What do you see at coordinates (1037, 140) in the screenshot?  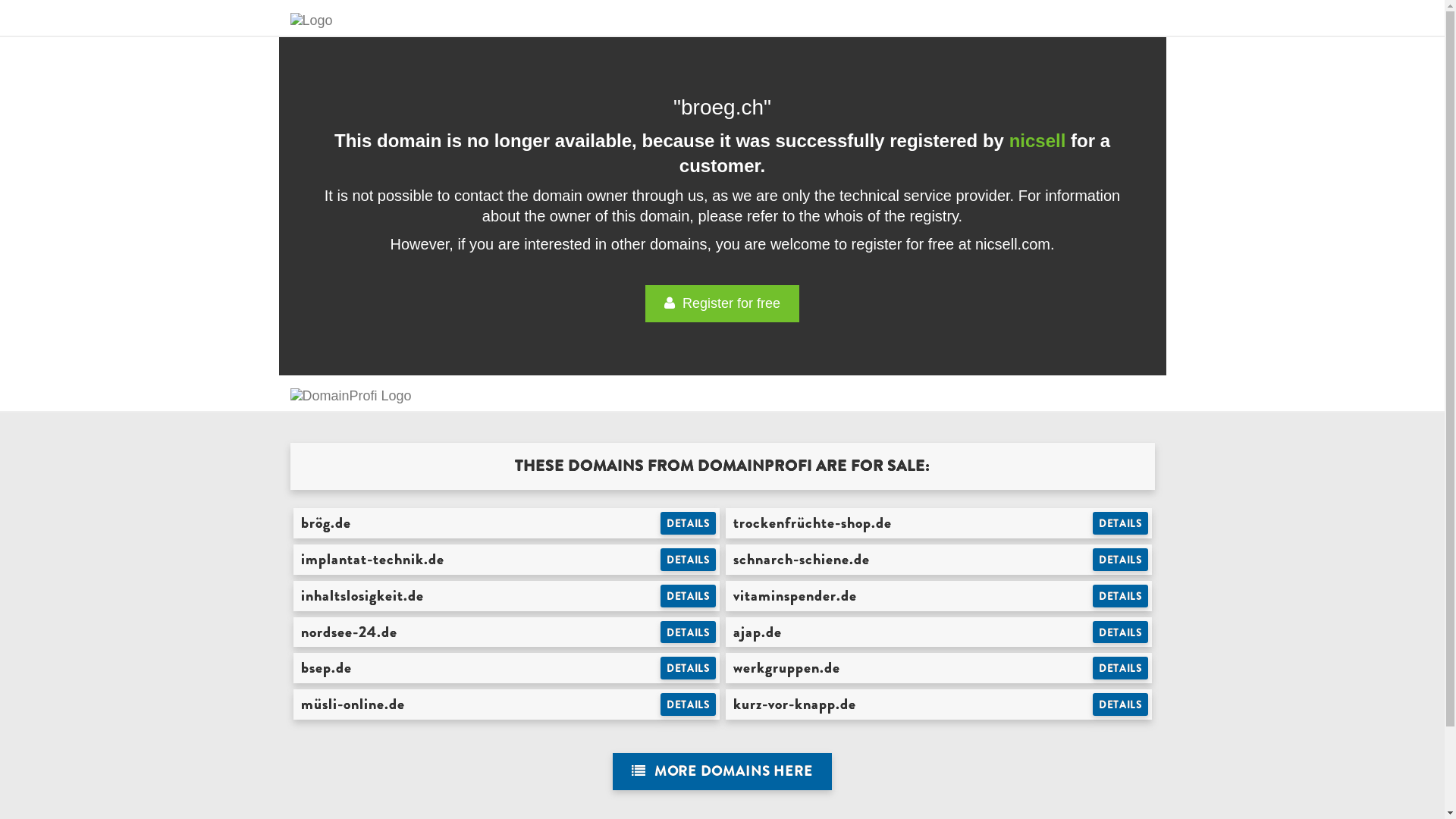 I see `'nicsell'` at bounding box center [1037, 140].